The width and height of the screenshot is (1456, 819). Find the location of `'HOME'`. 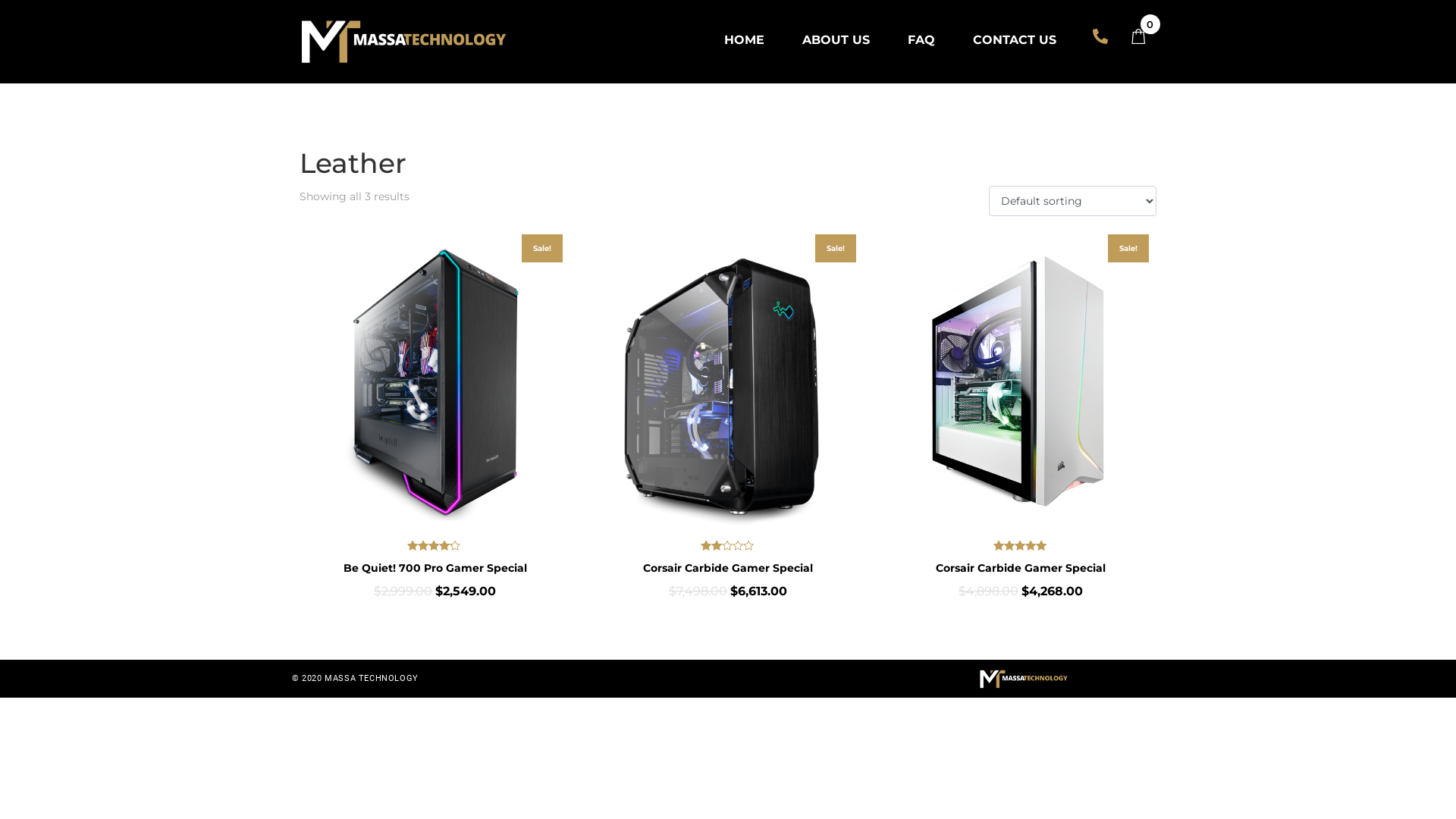

'HOME' is located at coordinates (744, 39).